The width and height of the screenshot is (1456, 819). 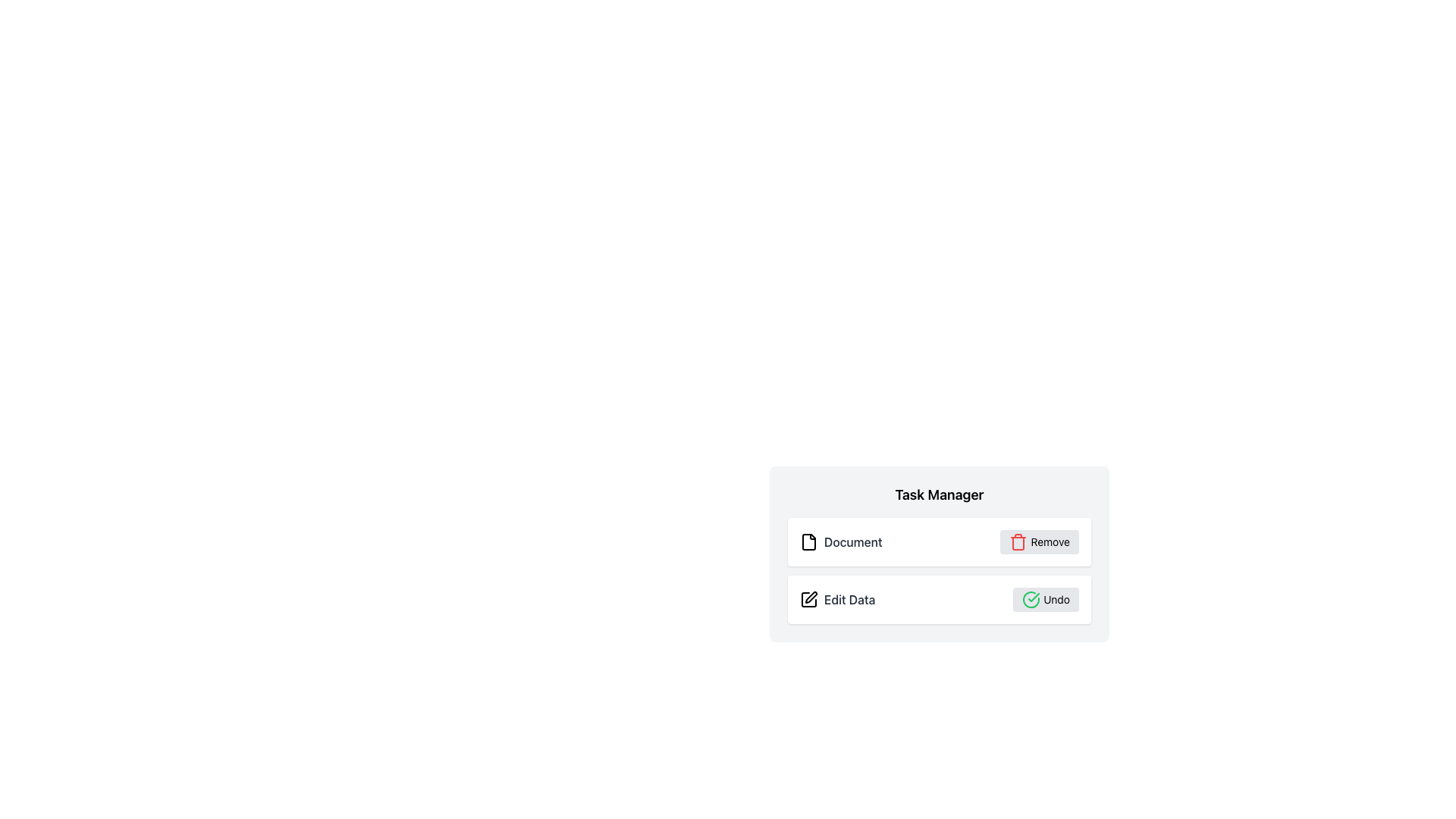 What do you see at coordinates (1039, 541) in the screenshot?
I see `the 'Remove' button, which is a rectangular button with a gray background and a red trash icon, located to the right of the text 'Document' in the Task Manager interface` at bounding box center [1039, 541].